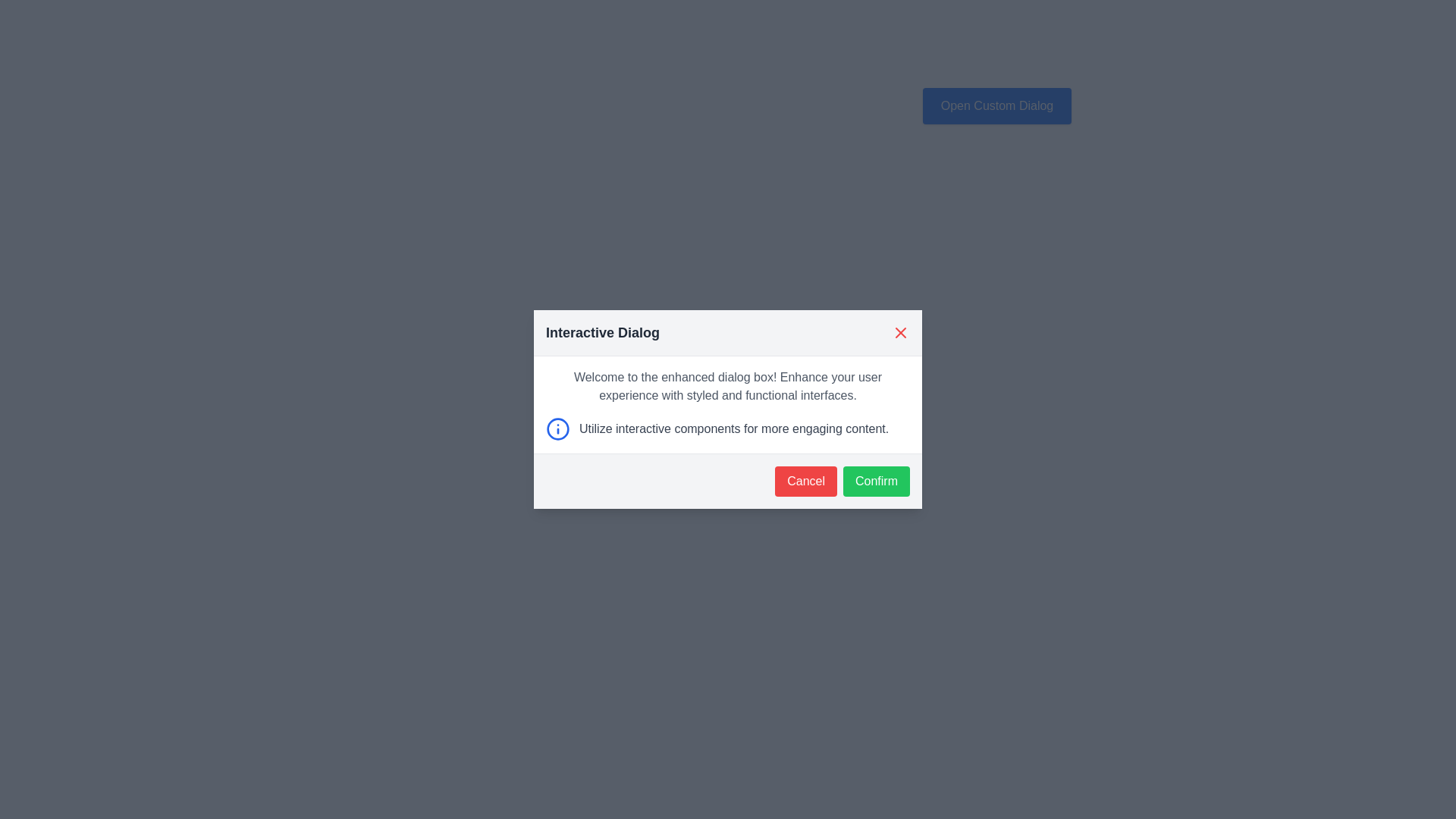 The width and height of the screenshot is (1456, 819). I want to click on the interactive button located above the main dialog box, so click(997, 105).